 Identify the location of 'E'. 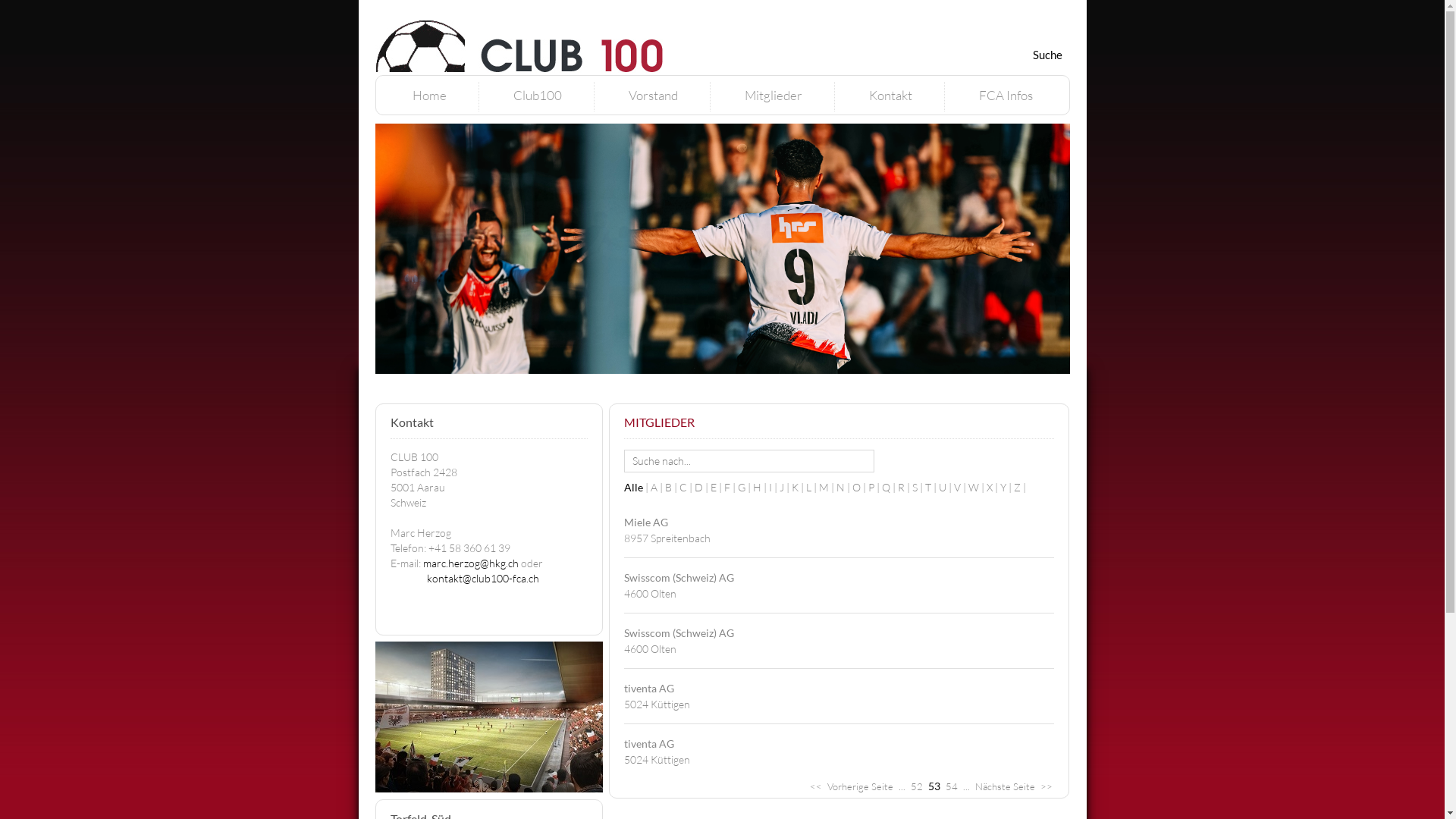
(709, 487).